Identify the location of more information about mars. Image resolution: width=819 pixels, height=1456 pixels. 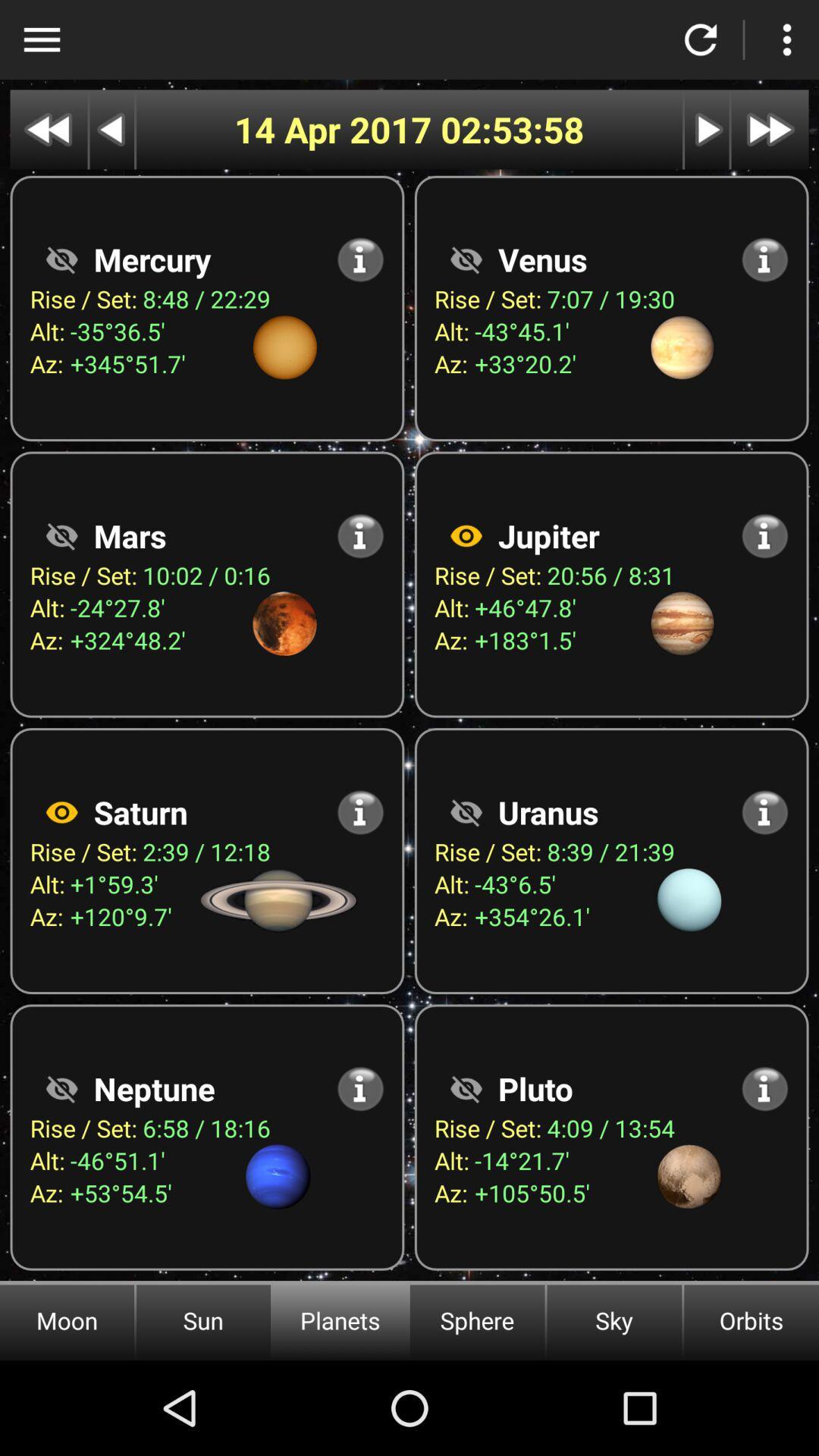
(360, 535).